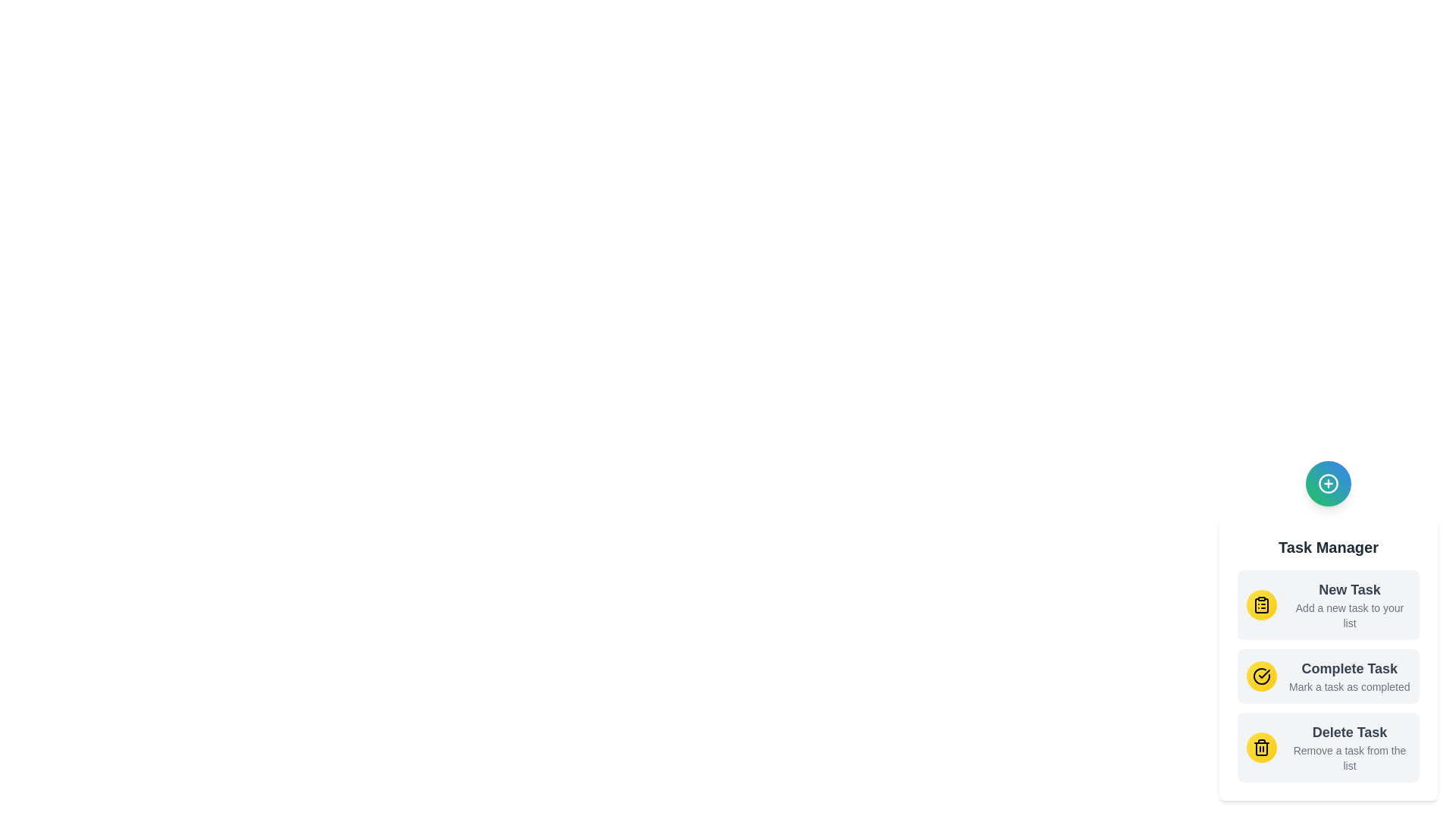 Image resolution: width=1456 pixels, height=819 pixels. What do you see at coordinates (1328, 747) in the screenshot?
I see `the 'Delete Task' option to activate its functionality` at bounding box center [1328, 747].